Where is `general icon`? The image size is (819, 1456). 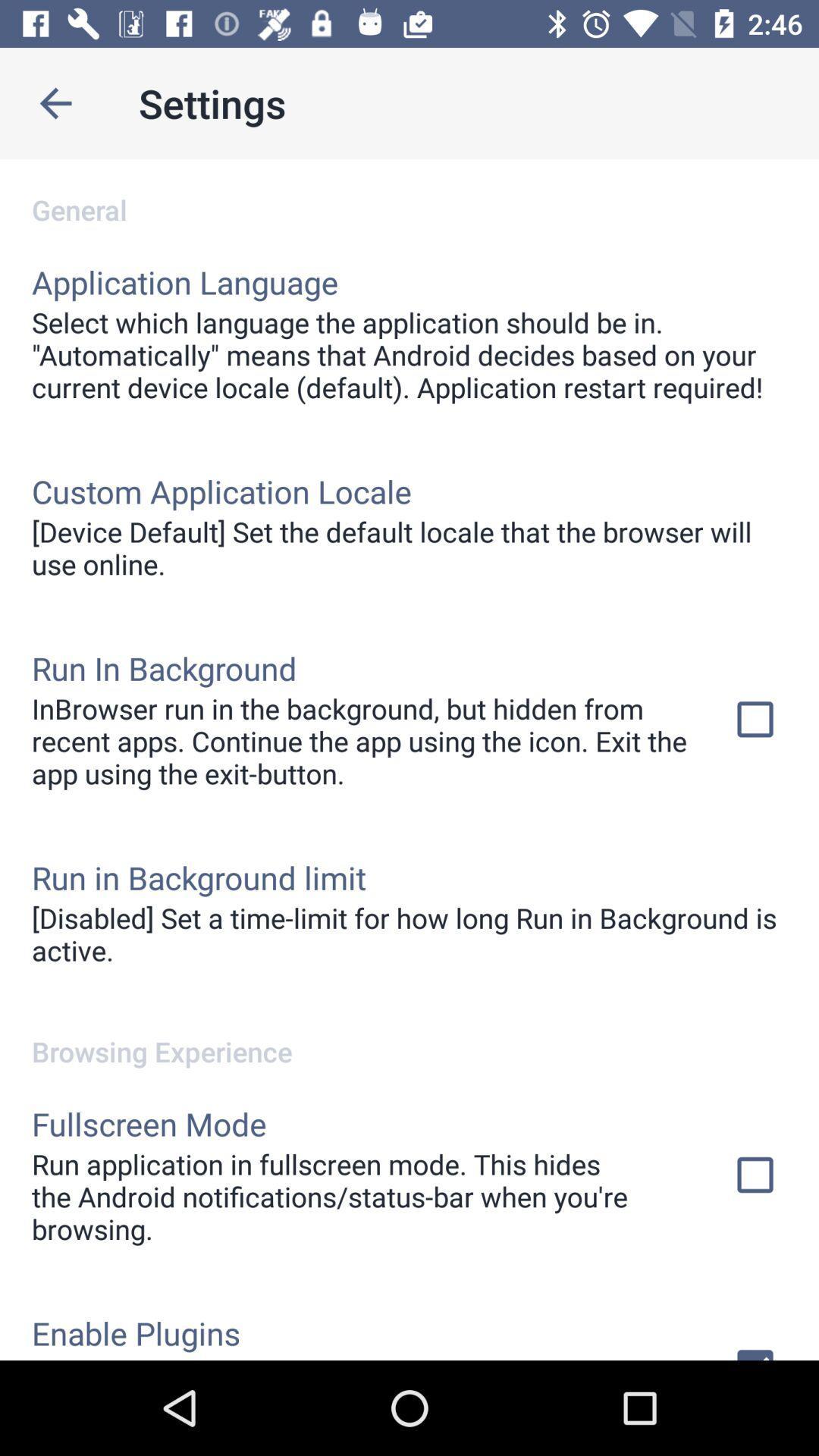
general icon is located at coordinates (409, 193).